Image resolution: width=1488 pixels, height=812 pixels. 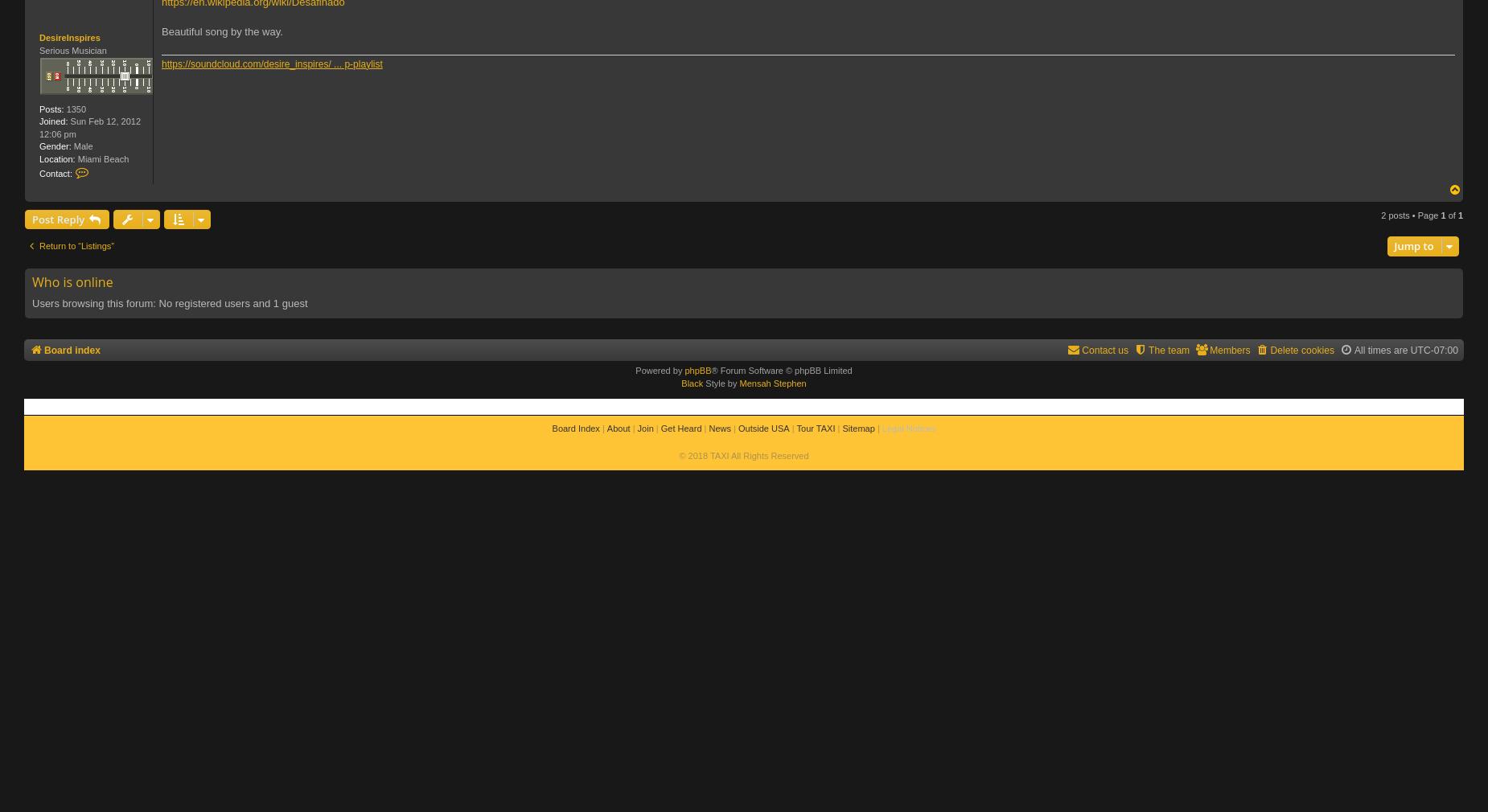 I want to click on 'Joined:', so click(x=52, y=120).